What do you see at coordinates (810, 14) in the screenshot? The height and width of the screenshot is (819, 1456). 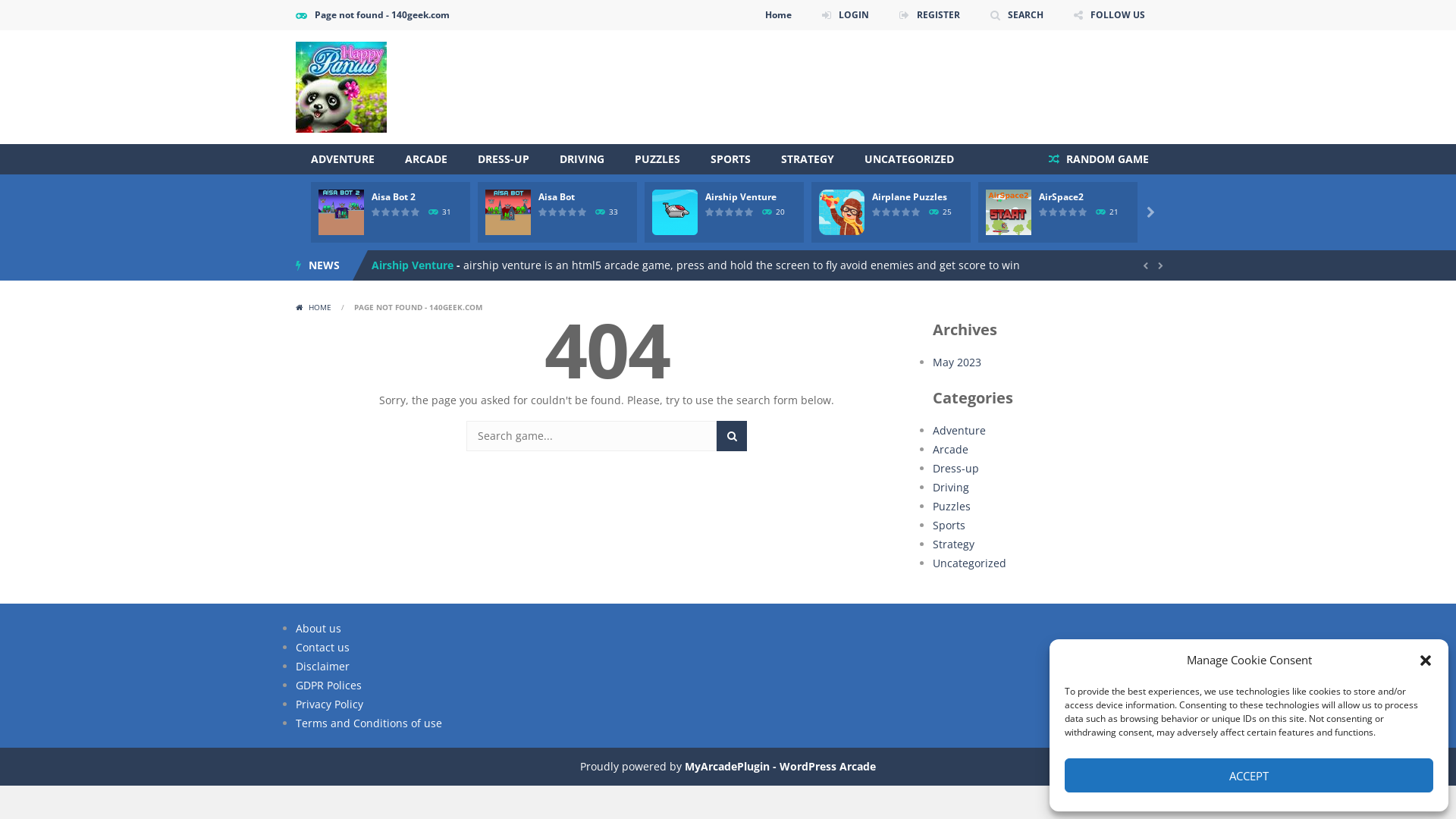 I see `'LOGIN'` at bounding box center [810, 14].